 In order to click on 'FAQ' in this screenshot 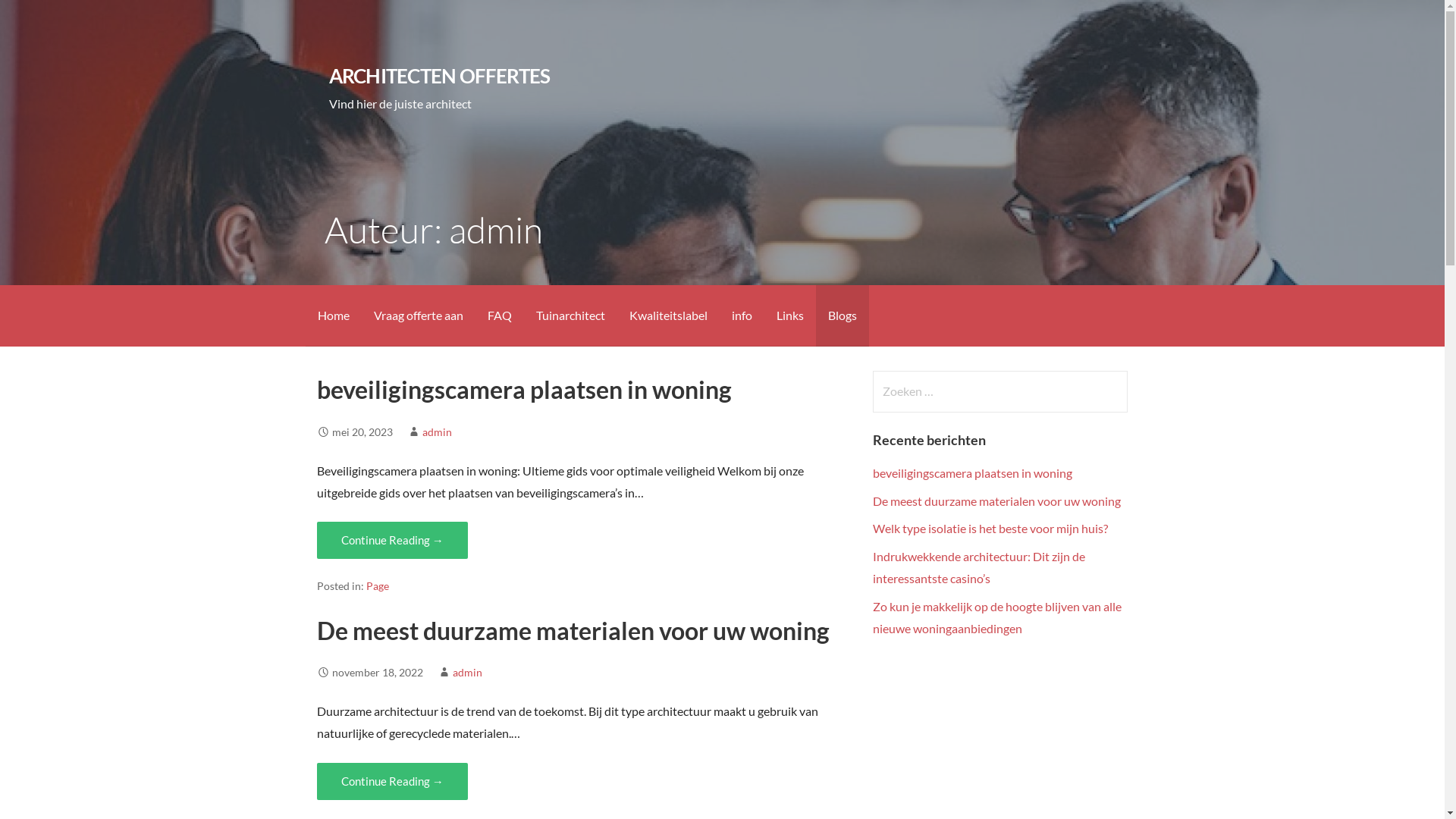, I will do `click(498, 315)`.